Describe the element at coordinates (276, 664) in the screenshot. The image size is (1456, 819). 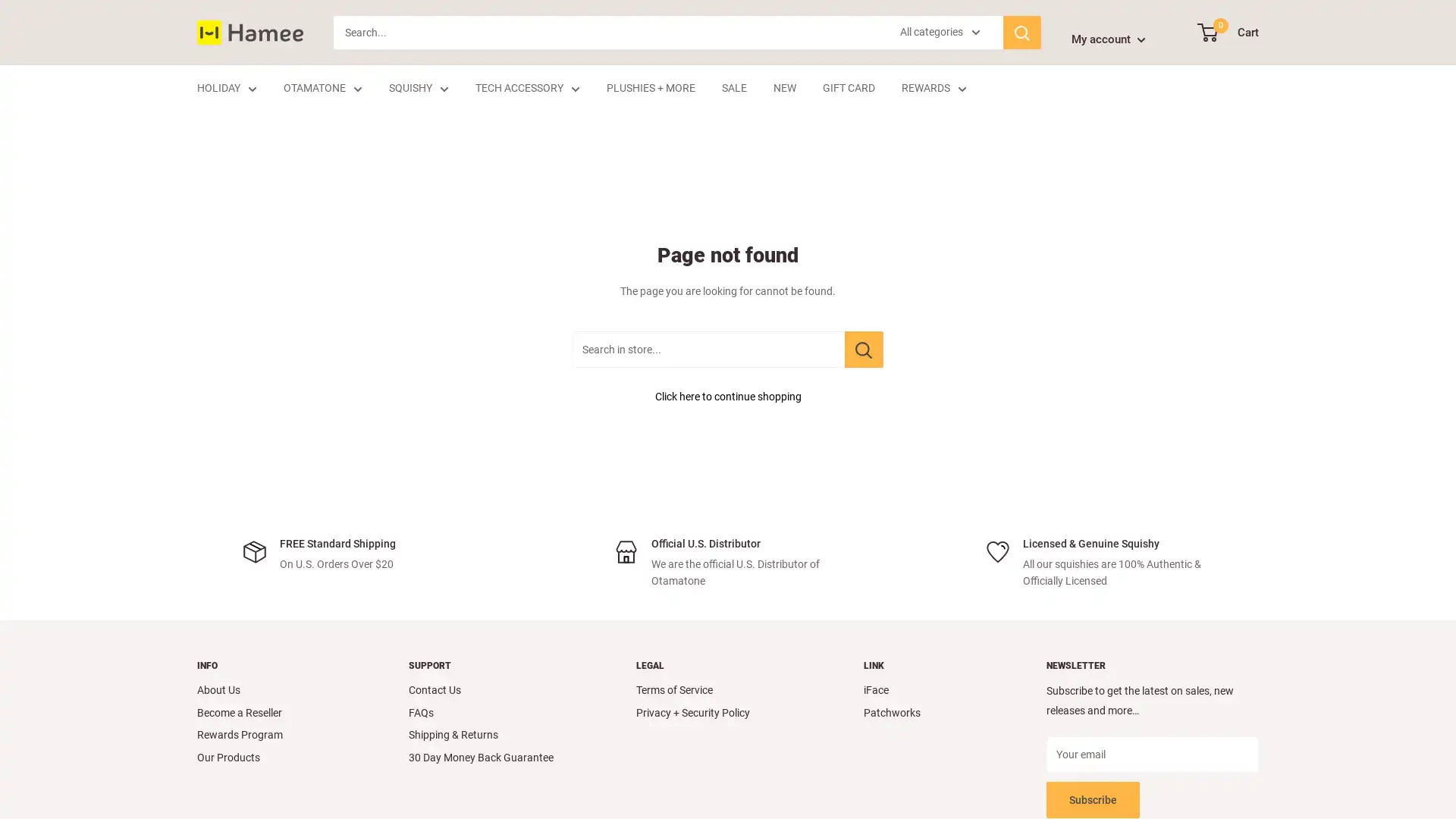
I see `INFO` at that location.